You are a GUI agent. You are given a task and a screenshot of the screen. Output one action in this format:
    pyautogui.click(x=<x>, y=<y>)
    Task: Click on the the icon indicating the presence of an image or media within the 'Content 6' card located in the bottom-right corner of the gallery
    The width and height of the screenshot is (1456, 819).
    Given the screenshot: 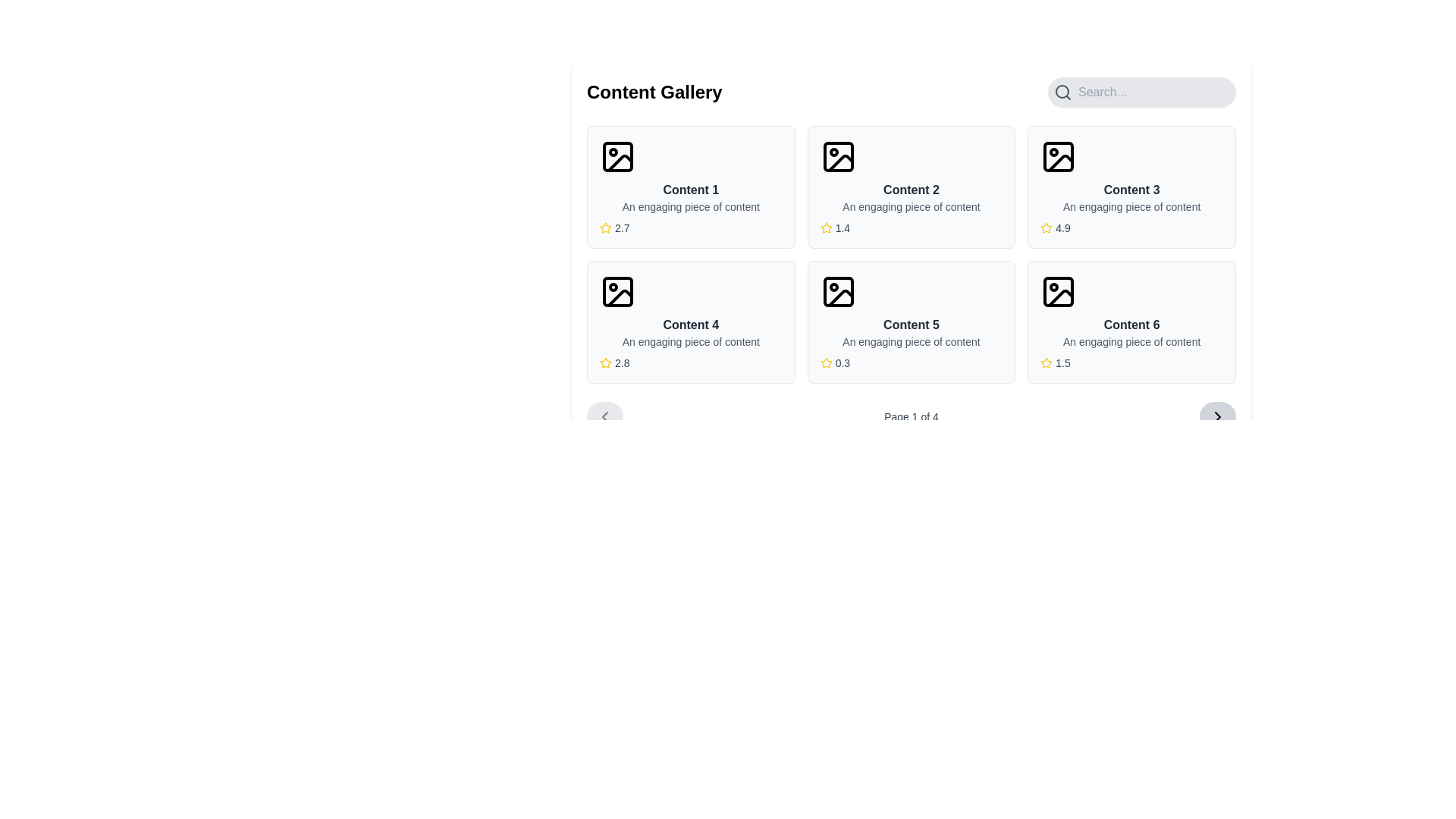 What is the action you would take?
    pyautogui.click(x=1058, y=292)
    